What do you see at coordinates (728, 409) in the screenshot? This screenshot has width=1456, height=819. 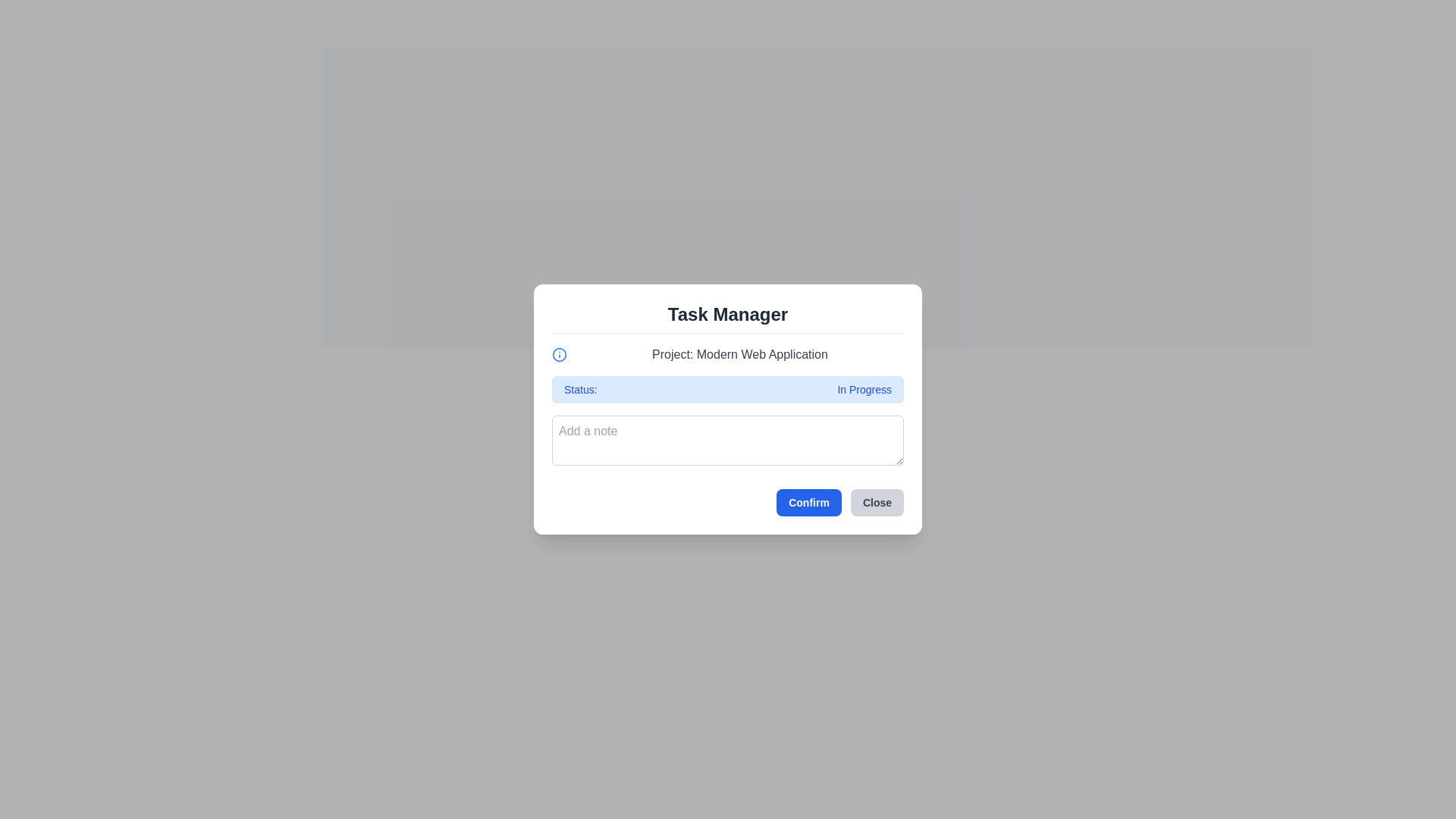 I see `the 'Task Manager' dialog box, which is a white box with rounded corners and contains action buttons at the bottom` at bounding box center [728, 409].